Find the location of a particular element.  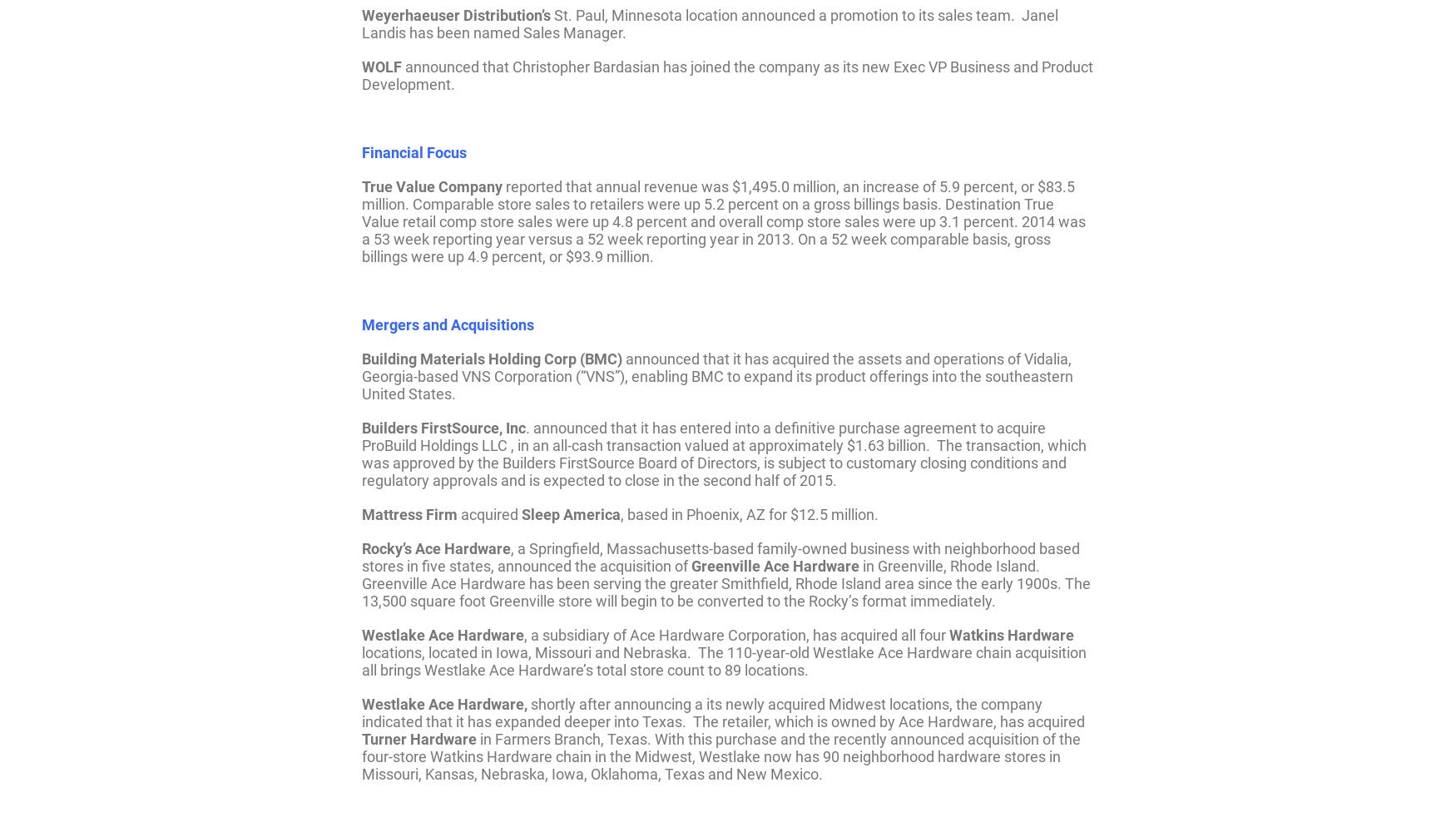

'locations, located in Iowa, Missouri and Nebraska.  The 110-year-old Westlake Ace Hardware chain acquisition all brings Westlake Ace Hardware’s total store count to 89 locations.' is located at coordinates (724, 661).